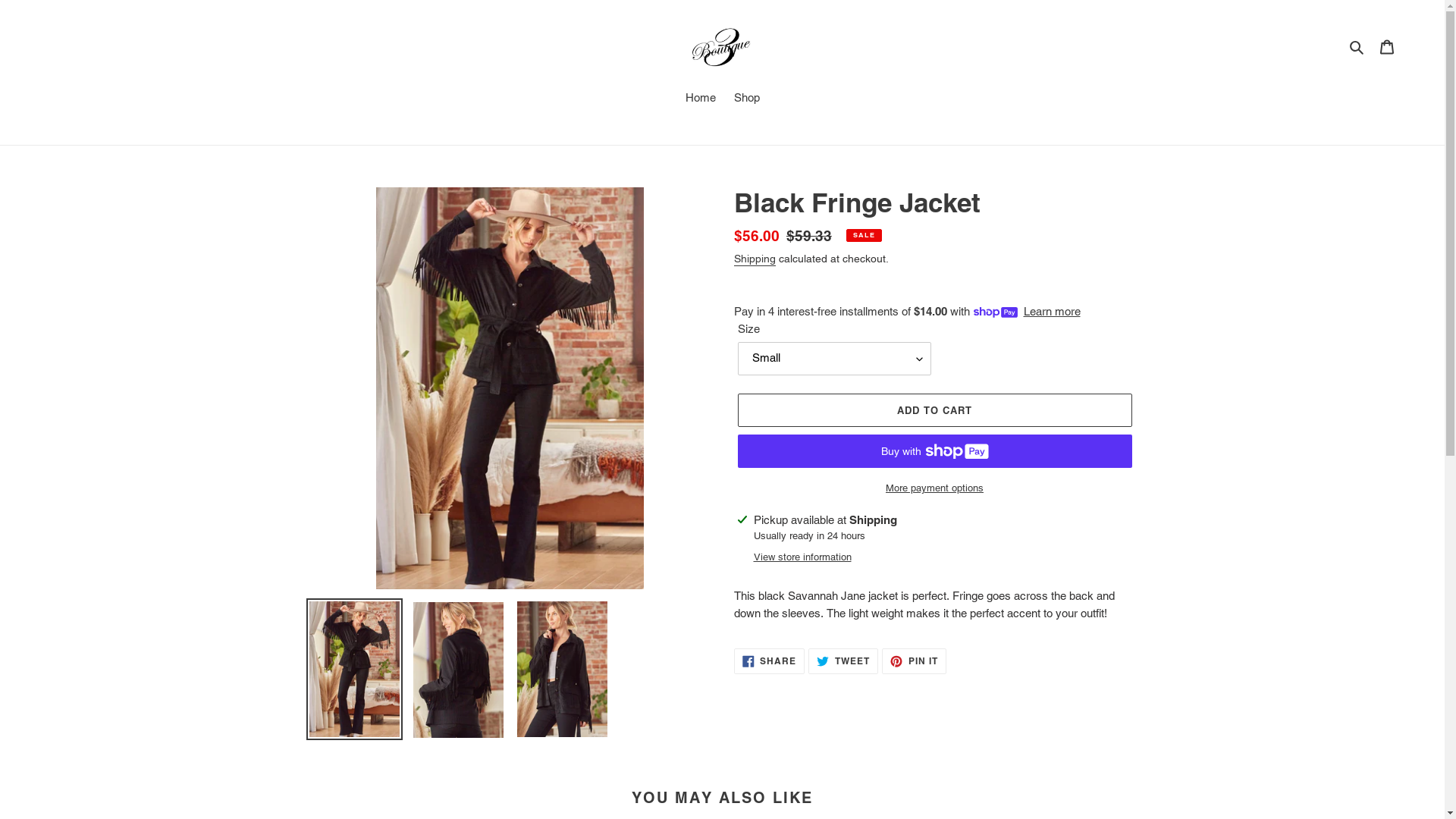 This screenshot has height=819, width=1456. I want to click on 'More payment options', so click(934, 488).